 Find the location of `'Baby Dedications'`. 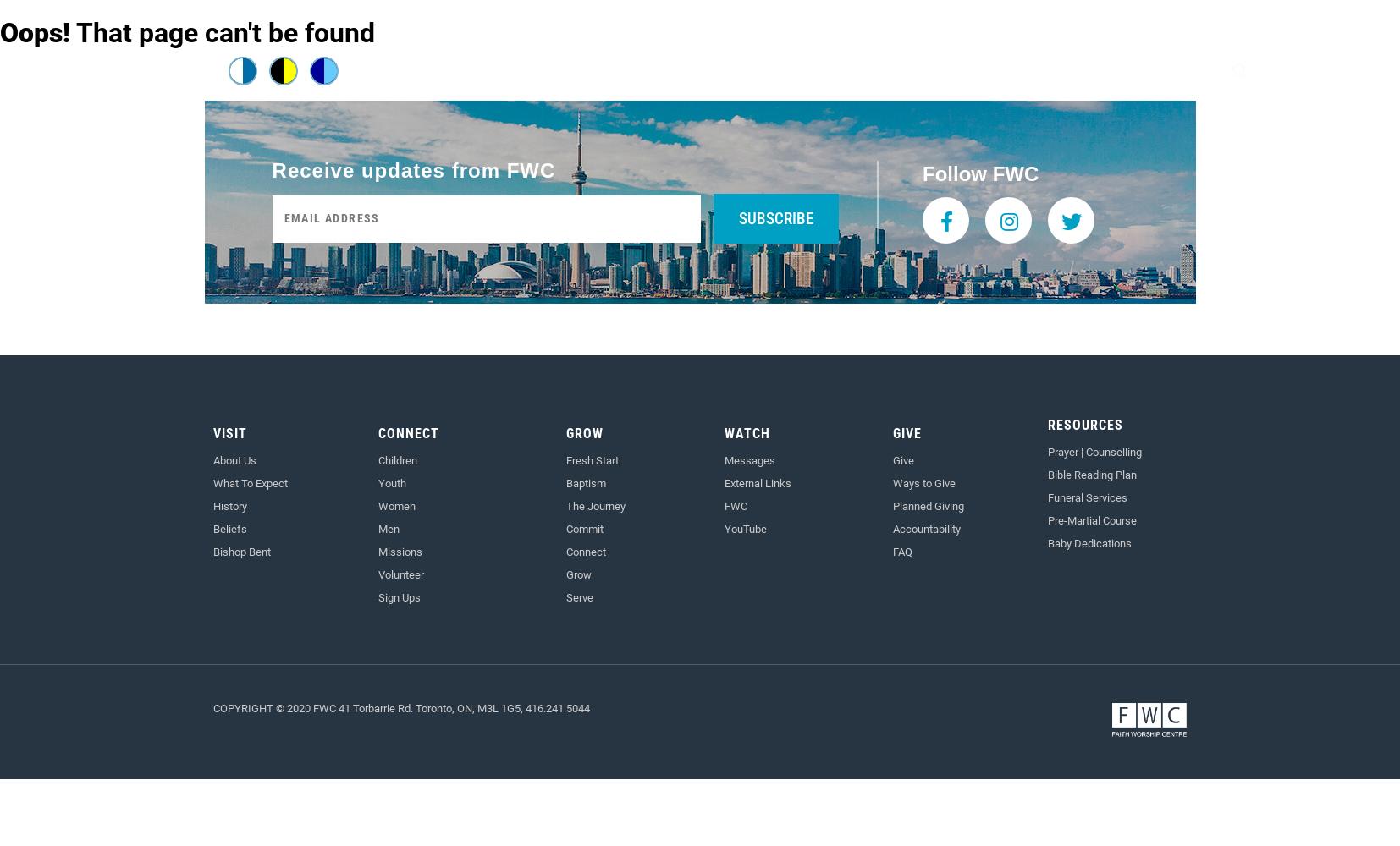

'Baby Dedications' is located at coordinates (1089, 543).